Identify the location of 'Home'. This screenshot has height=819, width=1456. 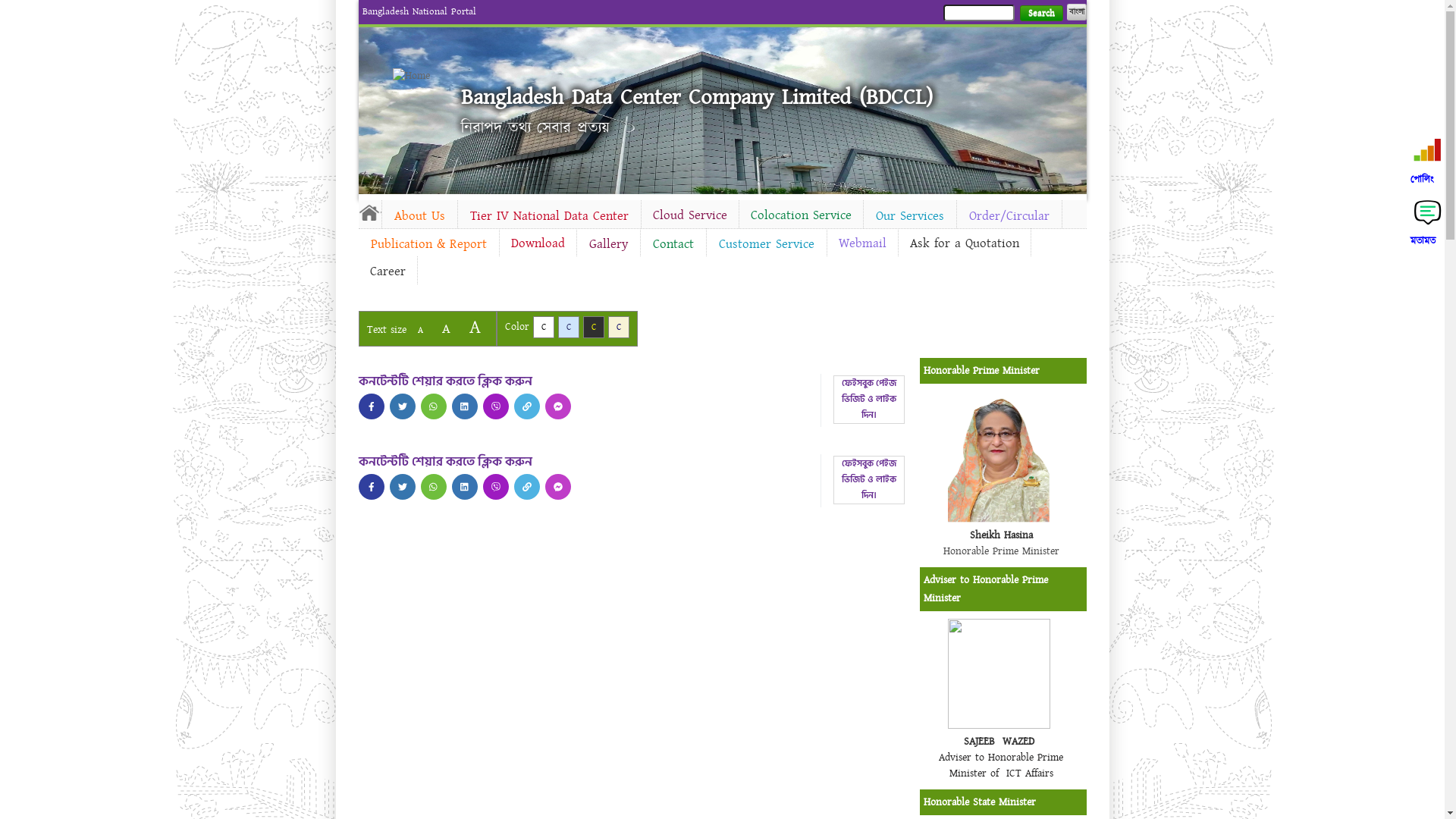
(369, 212).